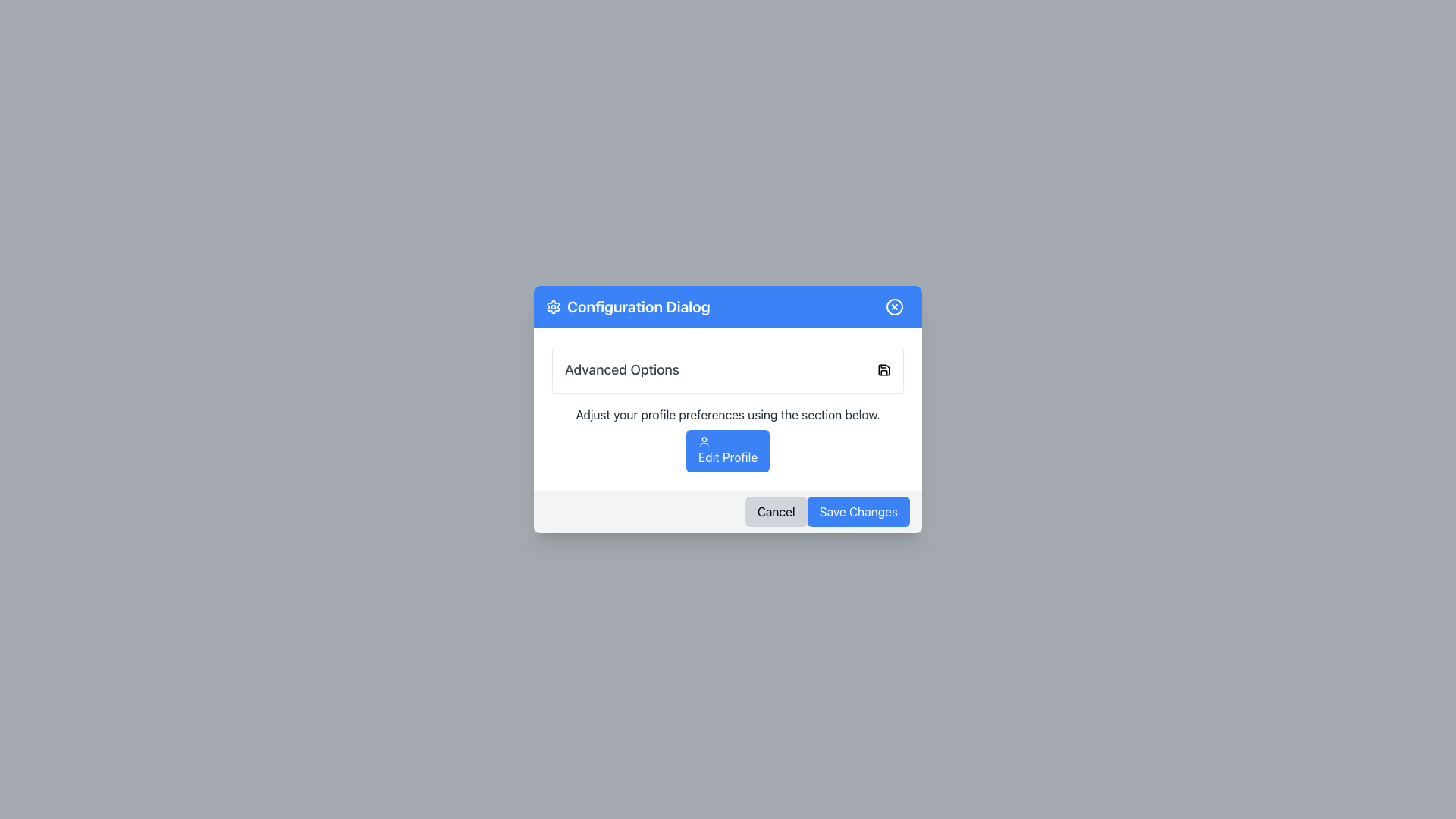 The height and width of the screenshot is (819, 1456). Describe the element at coordinates (552, 307) in the screenshot. I see `the small blue gear icon located to the left of the text 'Configuration Dialog' at the top-left corner of the dialog box` at that location.